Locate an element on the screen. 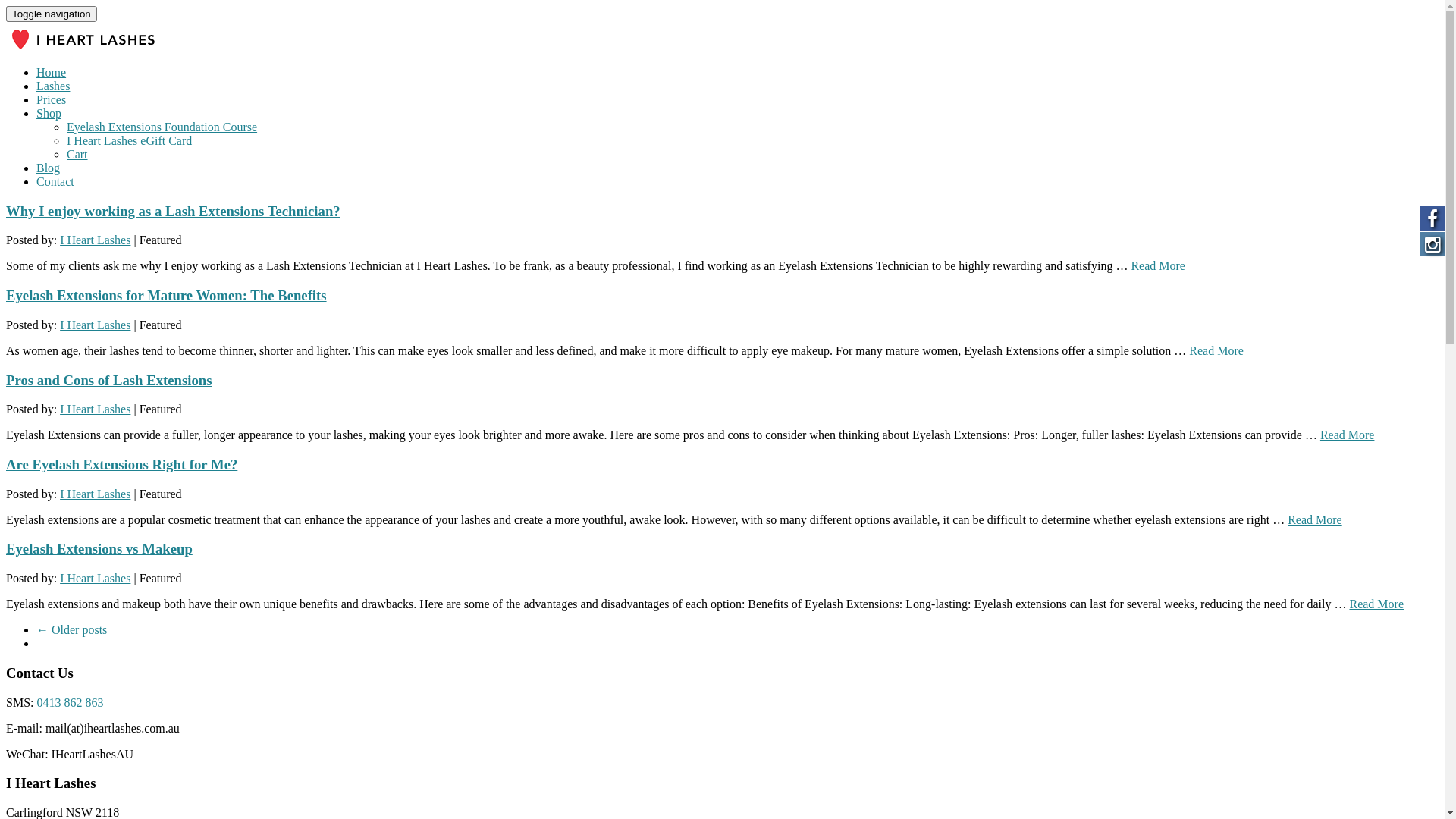 This screenshot has height=819, width=1456. 'Pros and Cons of Lash Extensions' is located at coordinates (108, 379).